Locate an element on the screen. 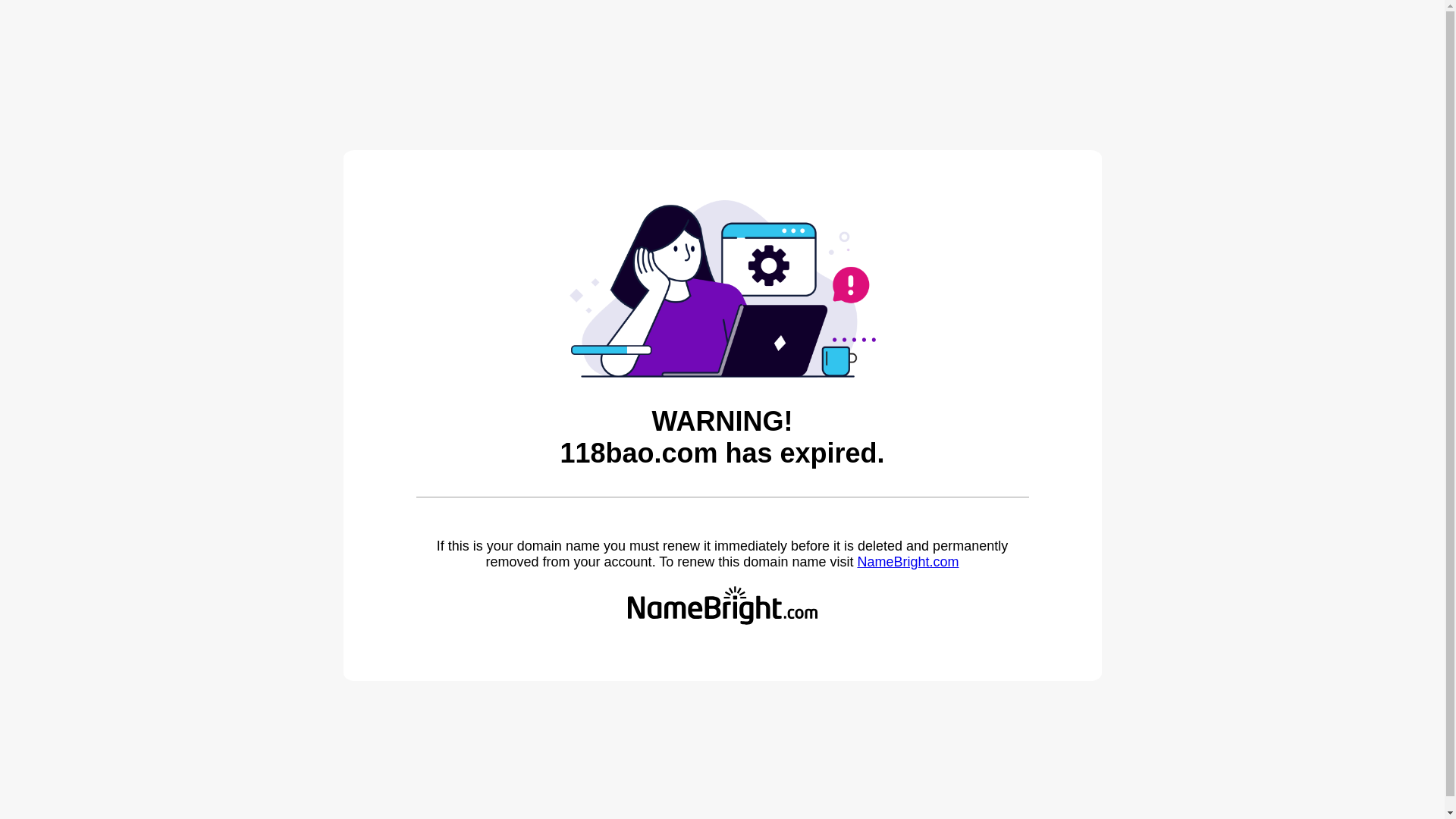  'NameBright.com' is located at coordinates (907, 561).